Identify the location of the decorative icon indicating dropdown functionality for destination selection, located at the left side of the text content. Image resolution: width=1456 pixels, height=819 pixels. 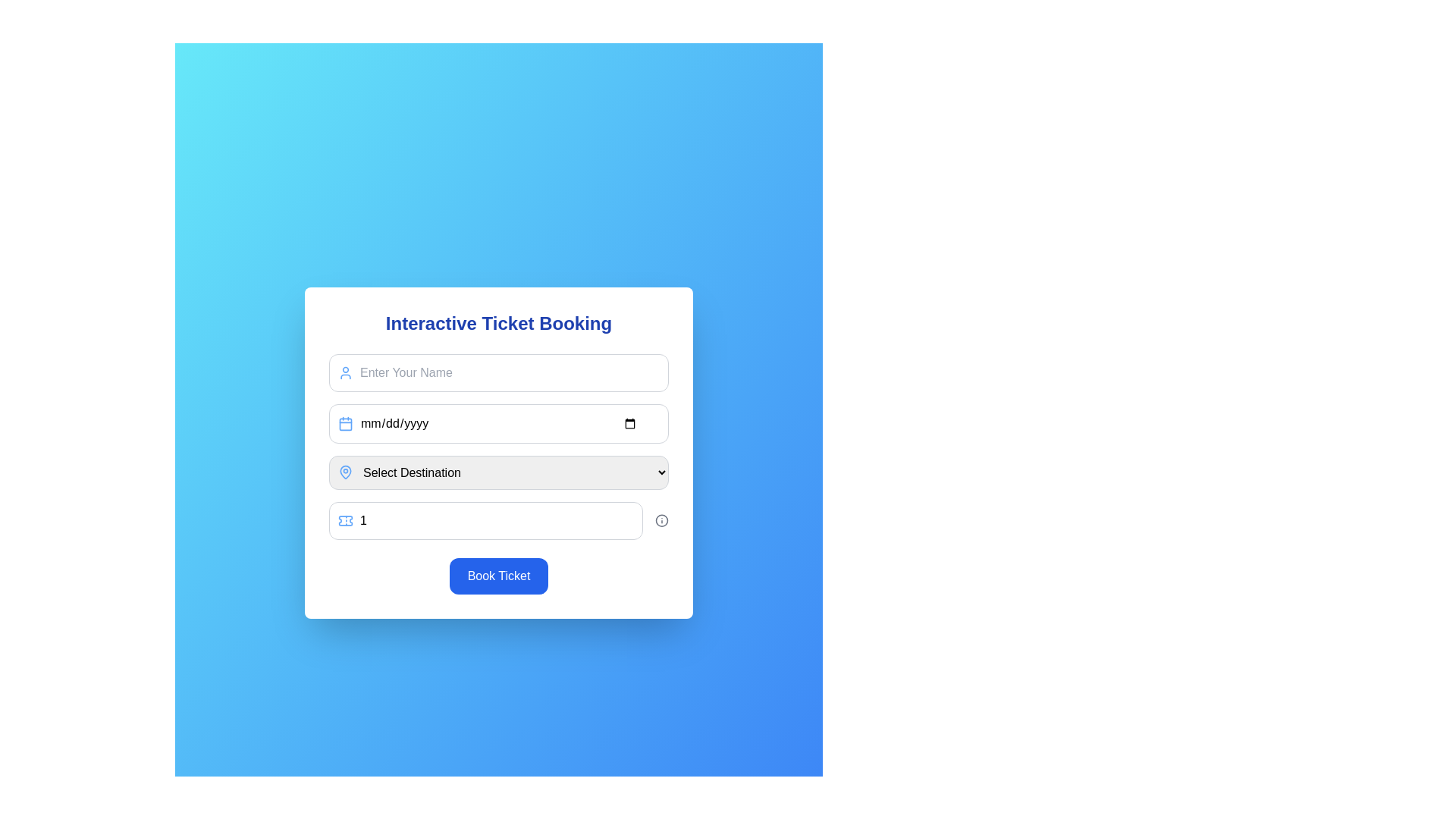
(345, 470).